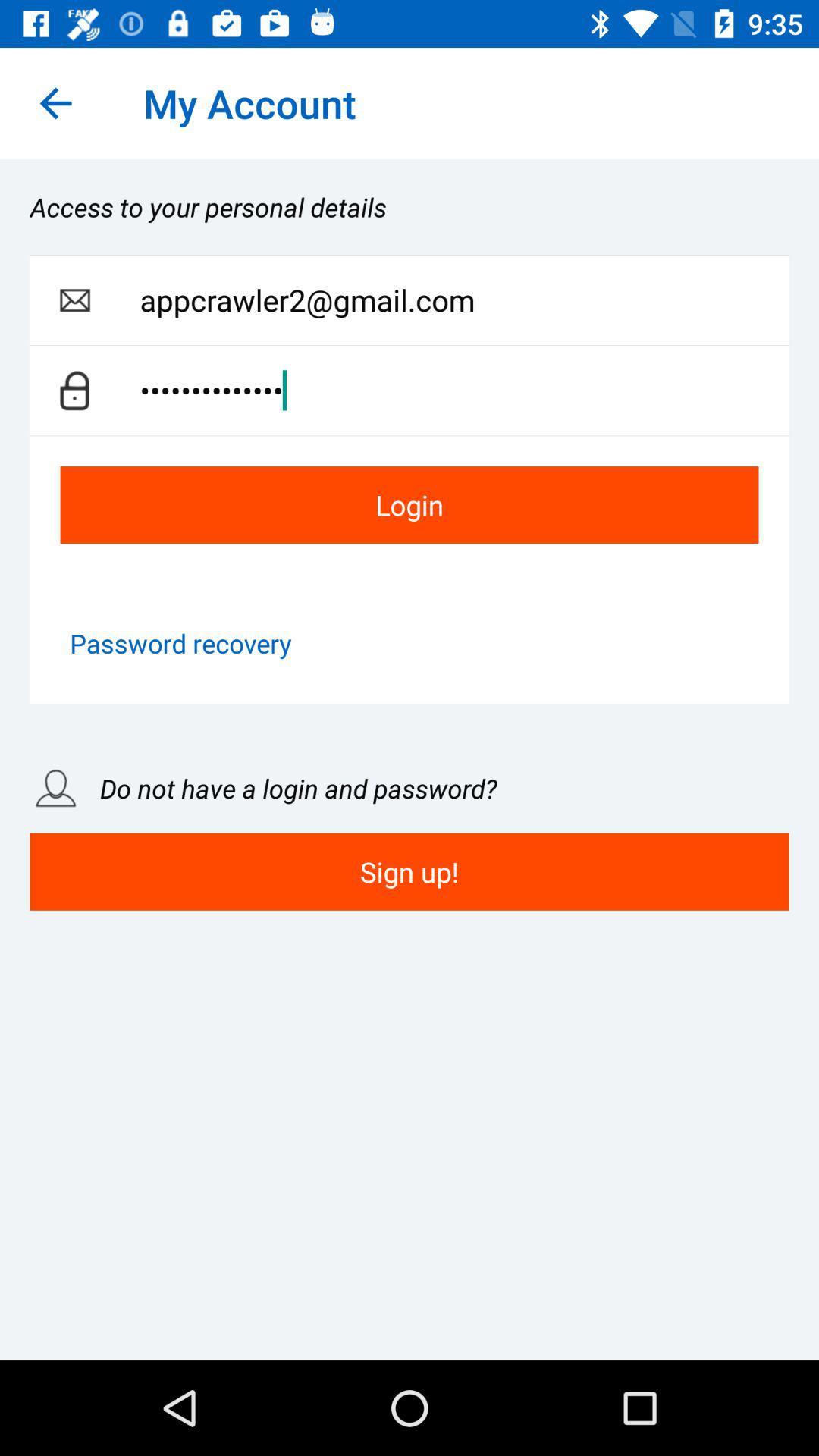 Image resolution: width=819 pixels, height=1456 pixels. What do you see at coordinates (55, 102) in the screenshot?
I see `the item above the access to your item` at bounding box center [55, 102].